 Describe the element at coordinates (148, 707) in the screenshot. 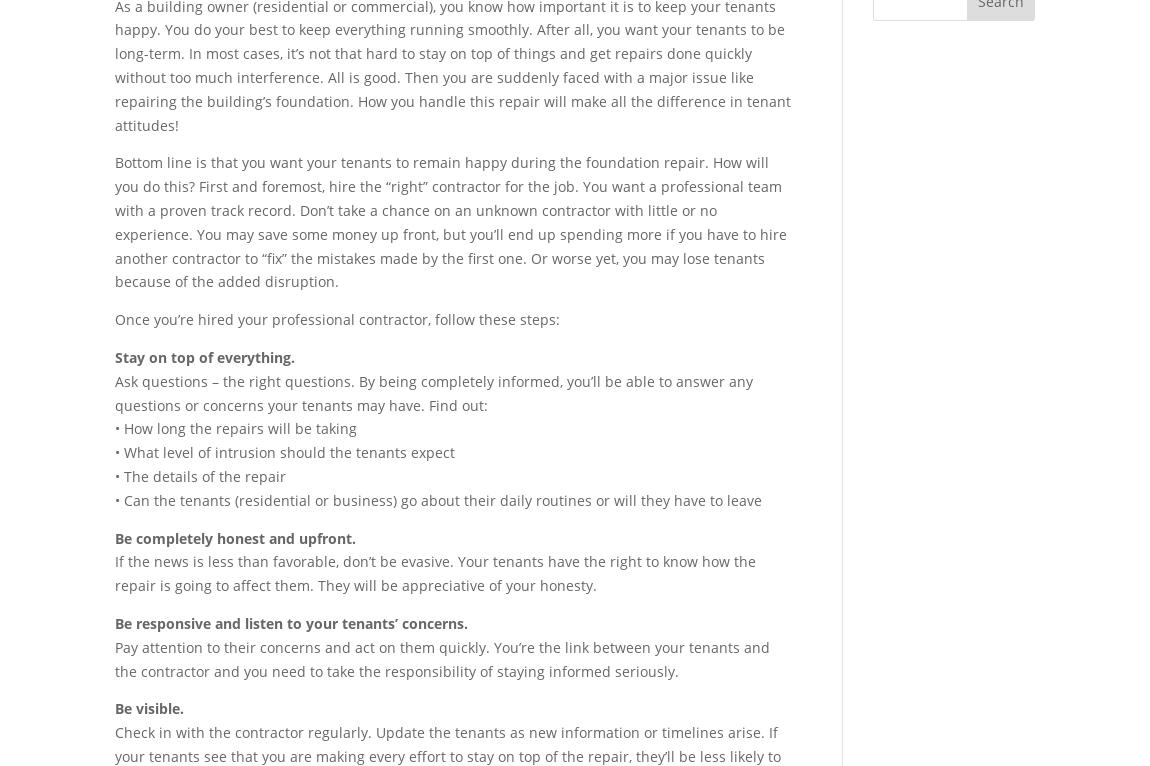

I see `'Be visible.'` at that location.